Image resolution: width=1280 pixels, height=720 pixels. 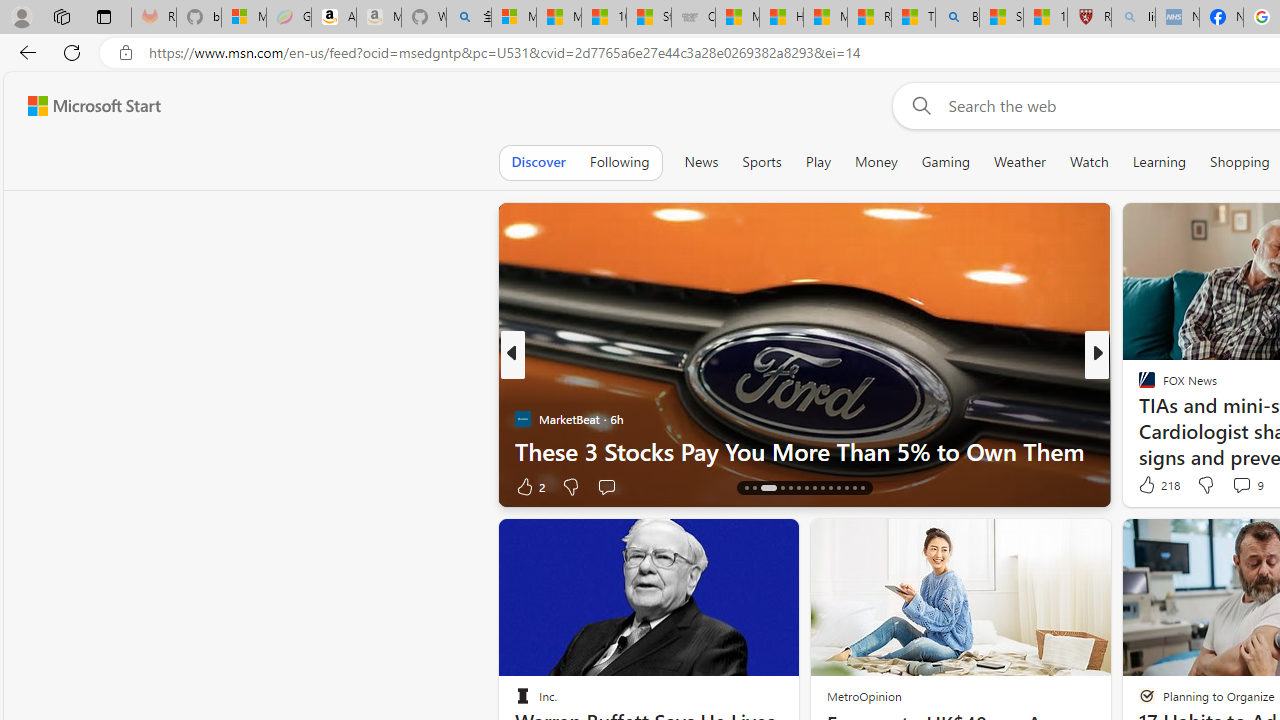 I want to click on 'Play', so click(x=817, y=161).